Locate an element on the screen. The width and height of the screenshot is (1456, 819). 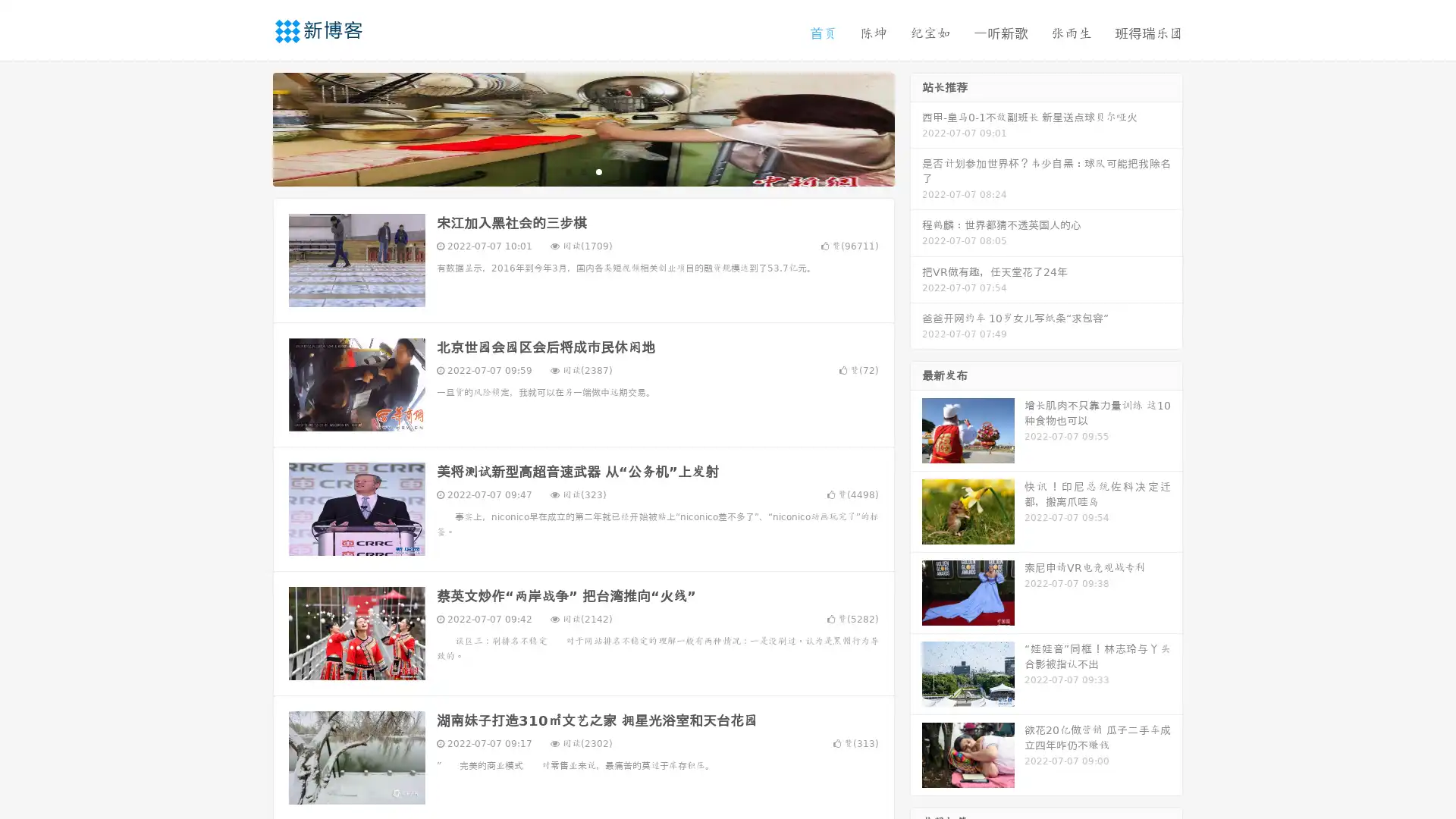
Go to slide 2 is located at coordinates (582, 171).